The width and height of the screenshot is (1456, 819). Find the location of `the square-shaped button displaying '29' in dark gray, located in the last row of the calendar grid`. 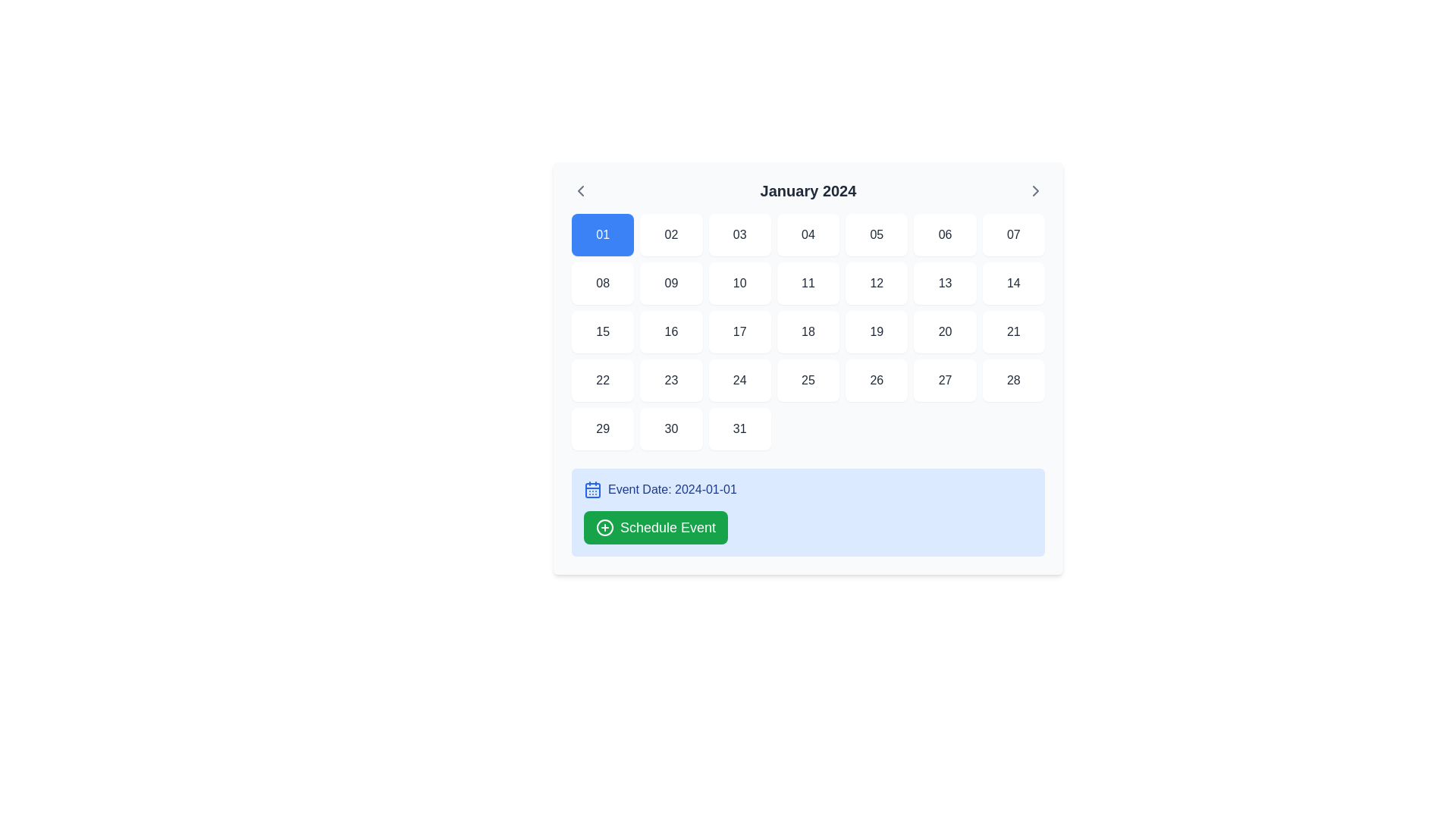

the square-shaped button displaying '29' in dark gray, located in the last row of the calendar grid is located at coordinates (602, 429).